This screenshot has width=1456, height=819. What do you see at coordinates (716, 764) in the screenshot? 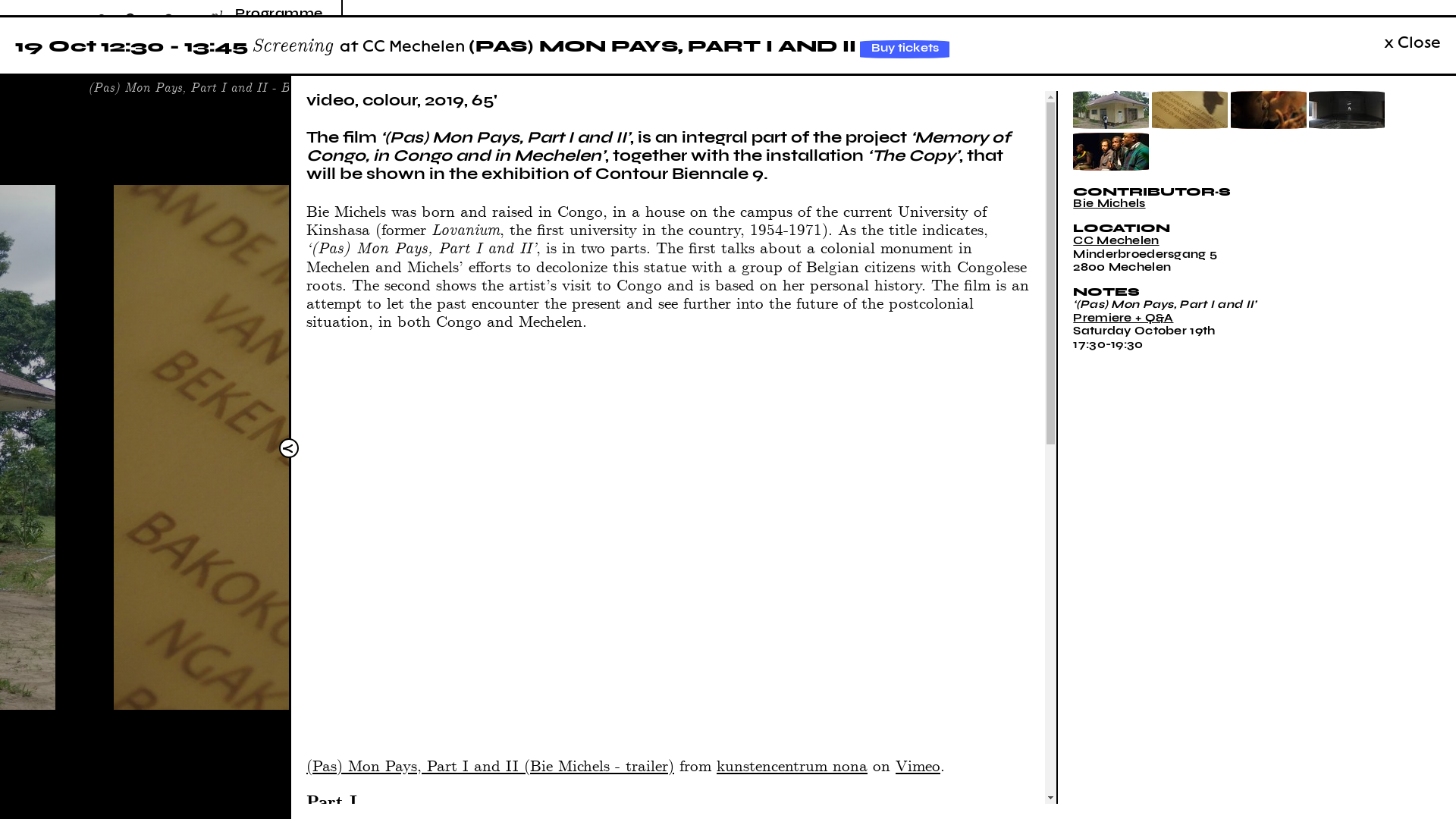
I see `'kunstencentrum nona'` at bounding box center [716, 764].